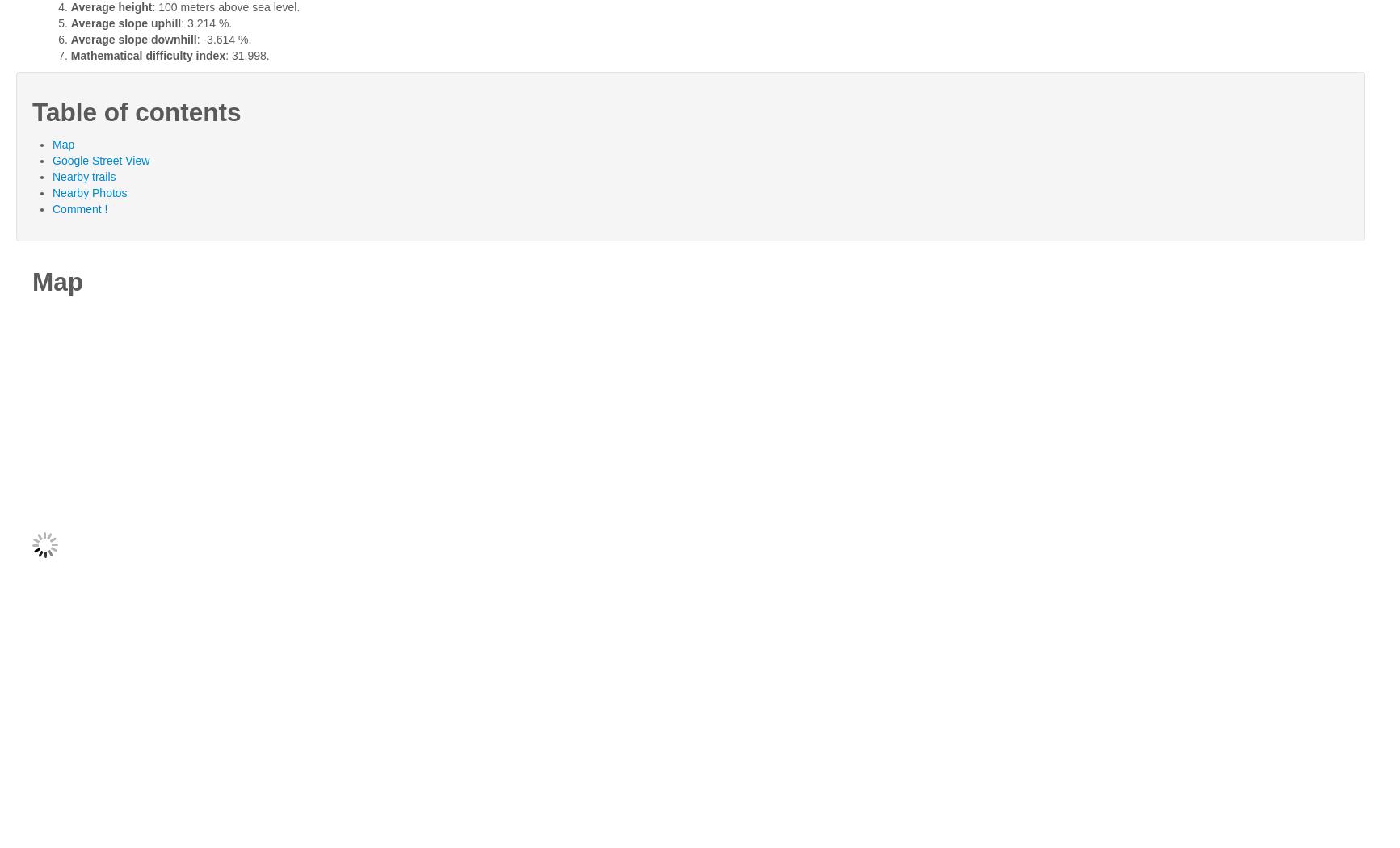  I want to click on ': 3.214 %.', so click(181, 23).